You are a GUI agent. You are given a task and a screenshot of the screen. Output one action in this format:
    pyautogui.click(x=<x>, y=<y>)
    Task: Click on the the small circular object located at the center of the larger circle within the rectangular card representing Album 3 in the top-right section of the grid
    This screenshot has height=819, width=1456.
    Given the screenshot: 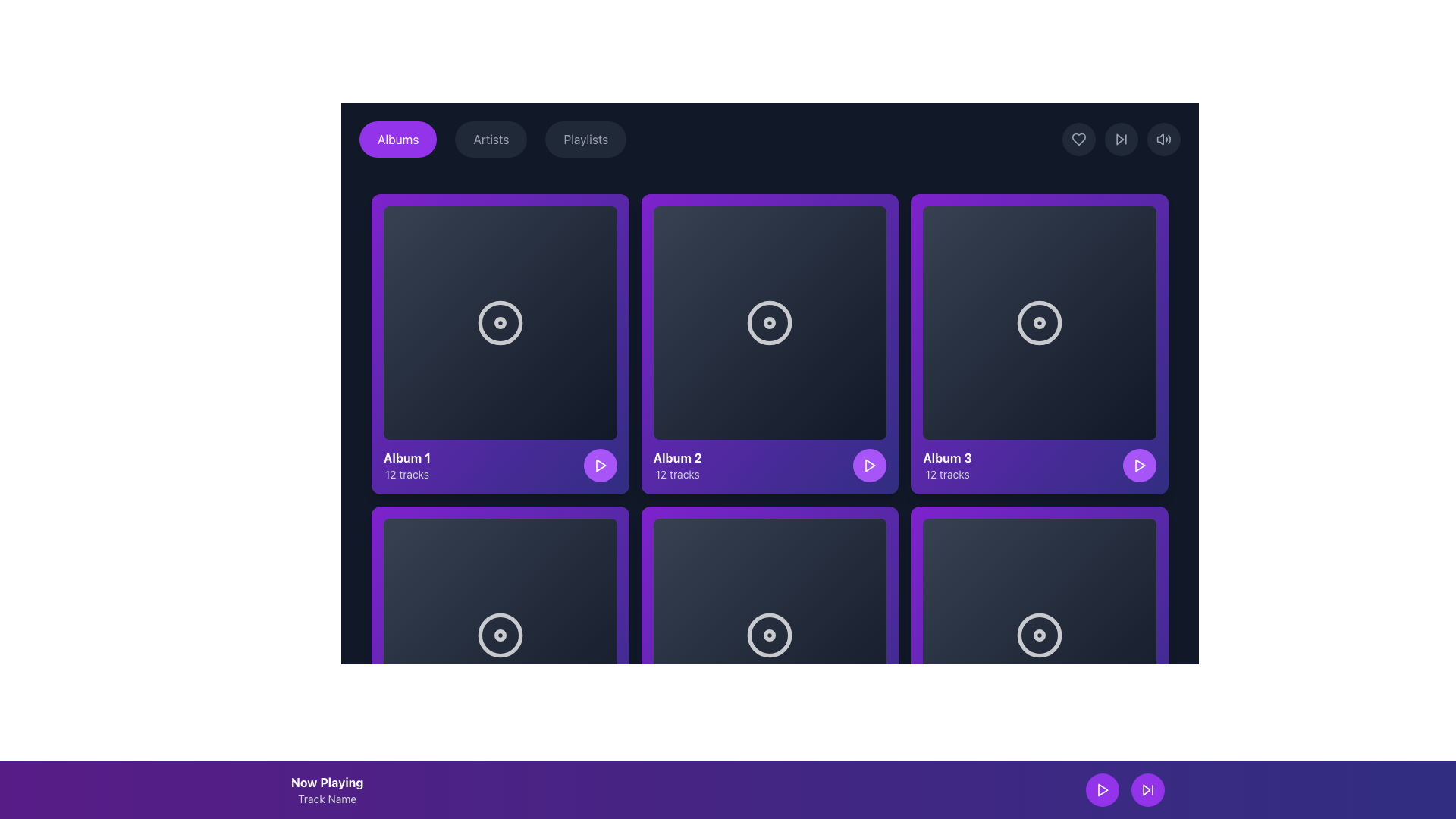 What is the action you would take?
    pyautogui.click(x=1039, y=322)
    